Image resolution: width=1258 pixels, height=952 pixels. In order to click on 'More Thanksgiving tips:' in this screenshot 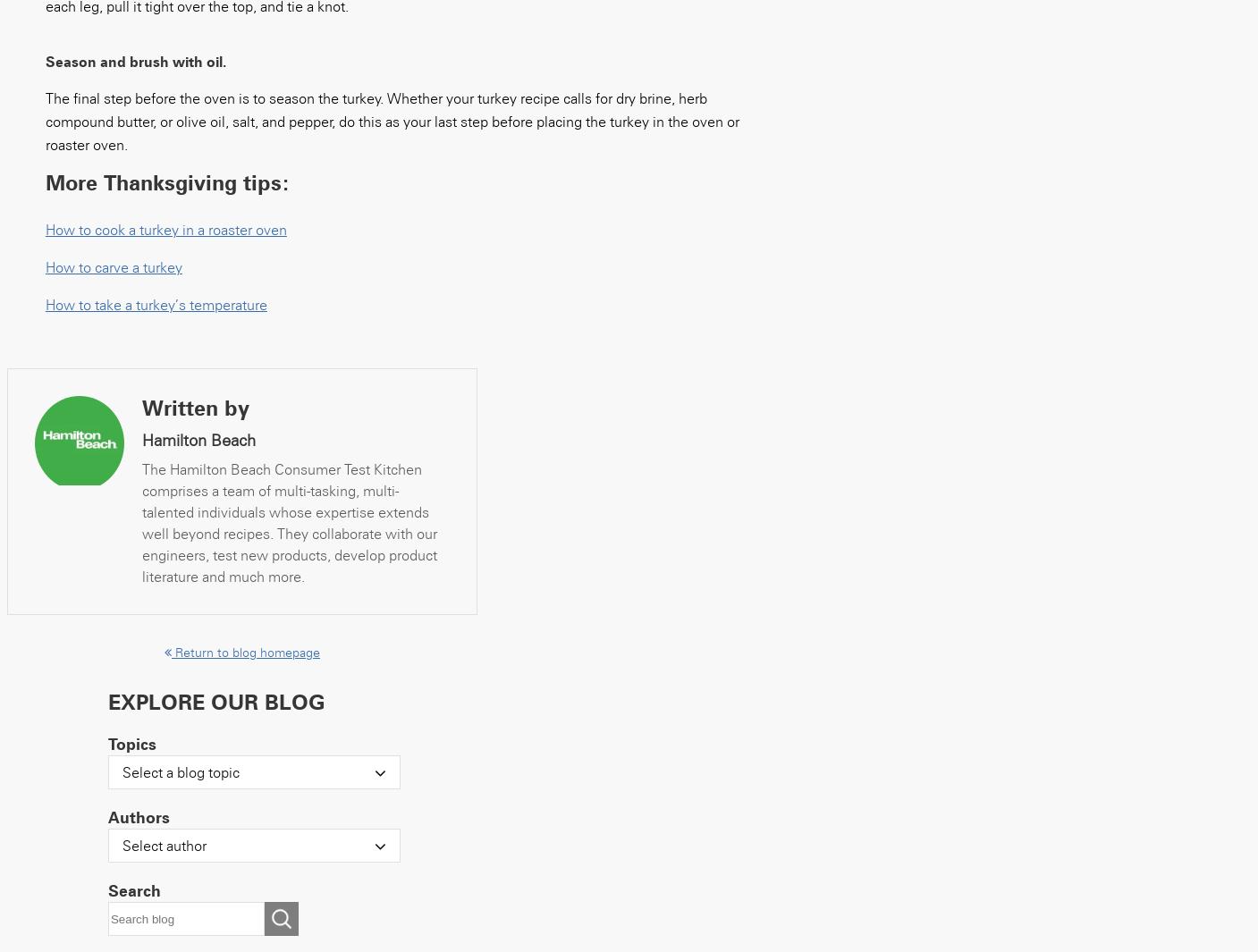, I will do `click(166, 181)`.